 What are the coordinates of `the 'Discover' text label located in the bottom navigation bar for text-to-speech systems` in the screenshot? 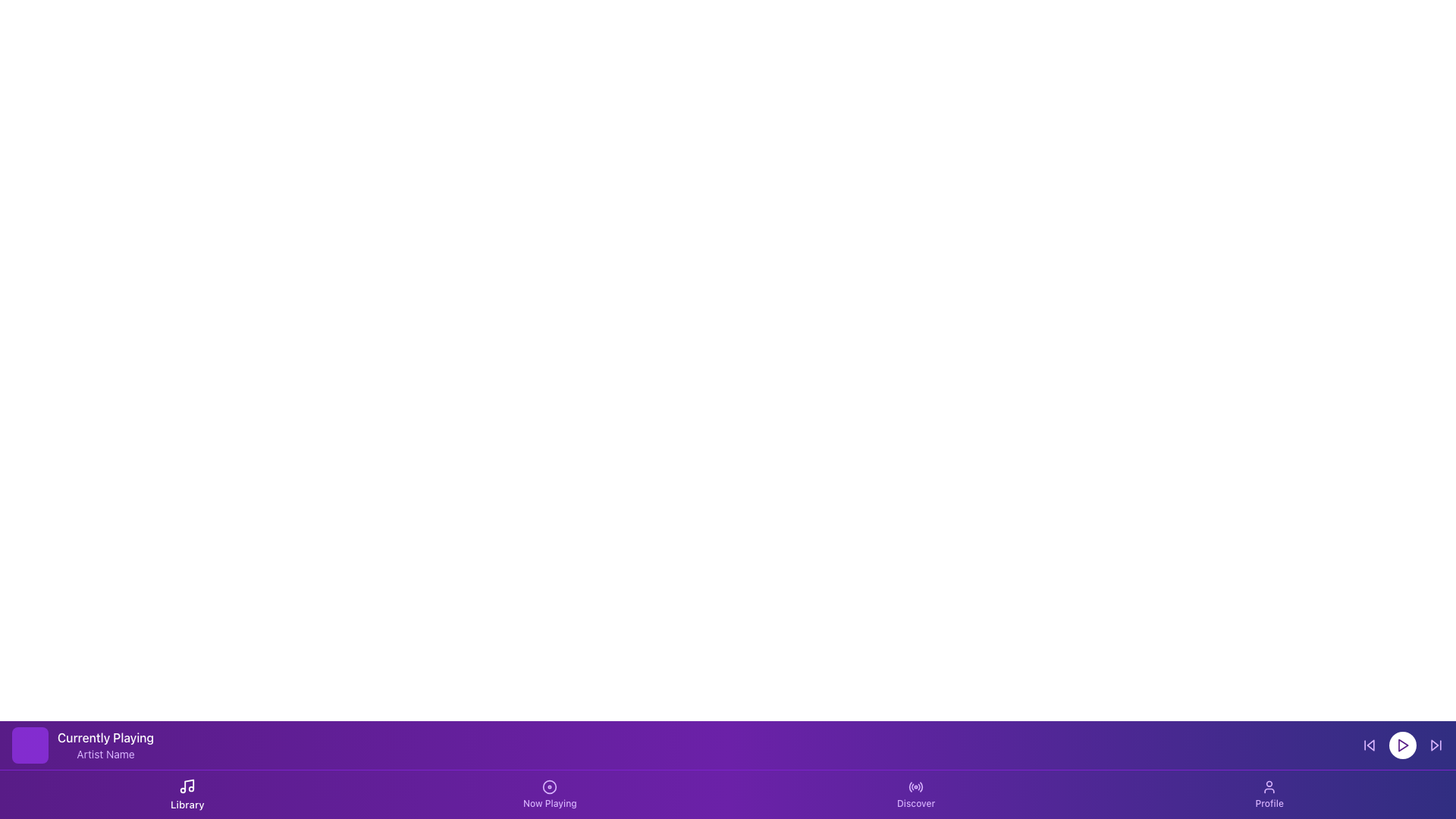 It's located at (915, 803).